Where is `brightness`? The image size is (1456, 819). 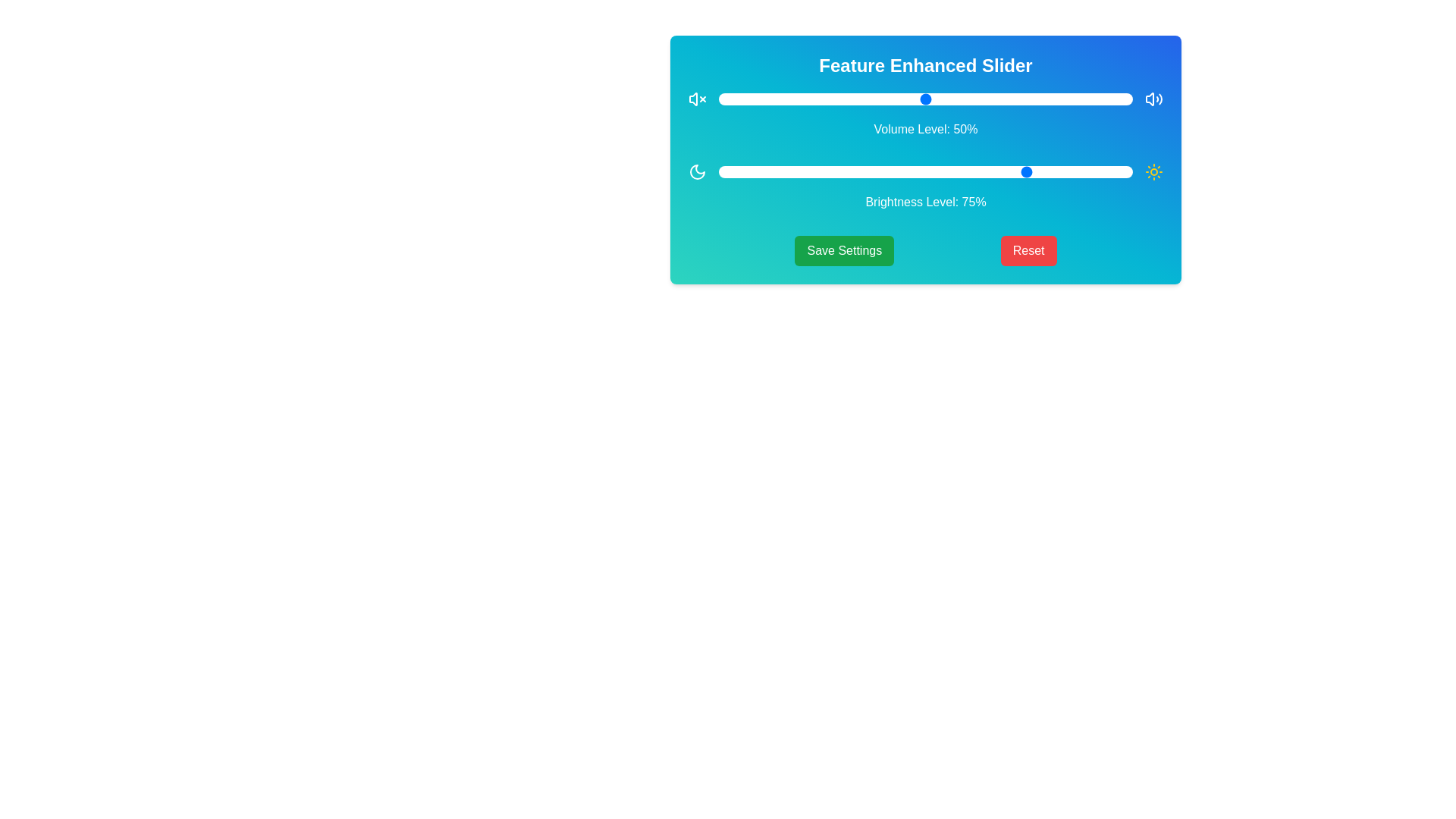
brightness is located at coordinates (876, 171).